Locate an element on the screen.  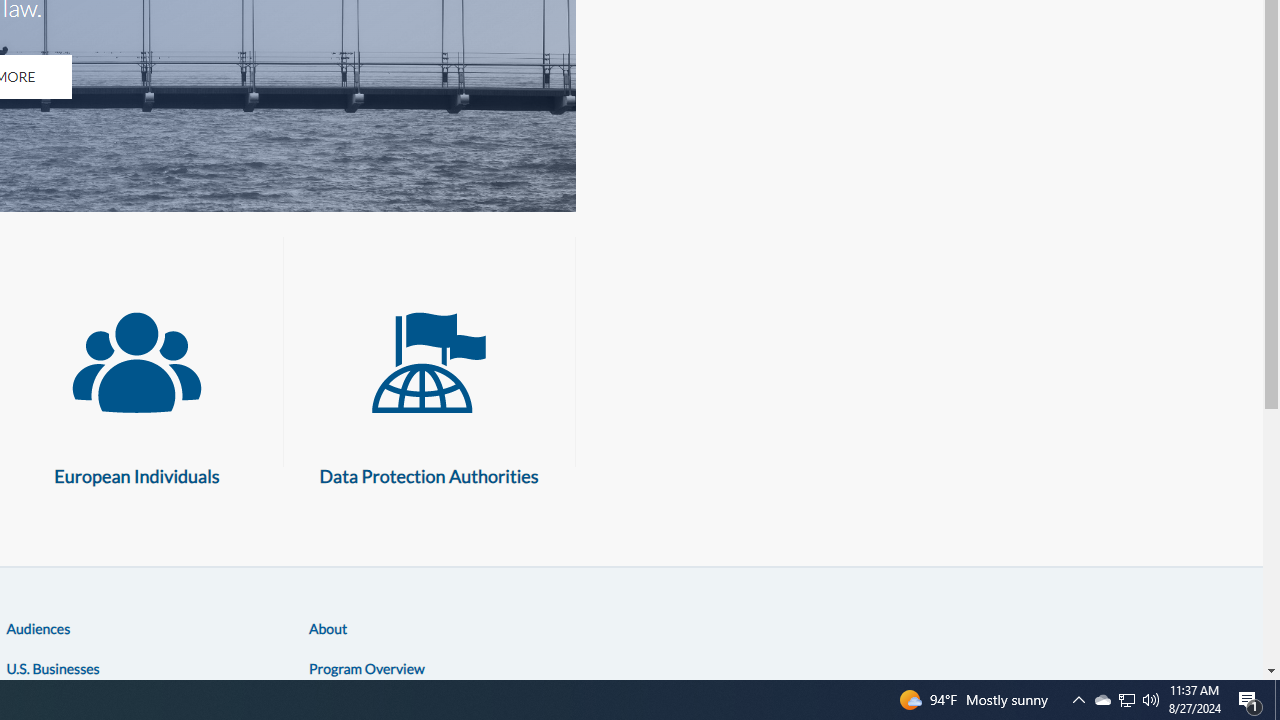
'Data Protection Authorities' is located at coordinates (428, 363).